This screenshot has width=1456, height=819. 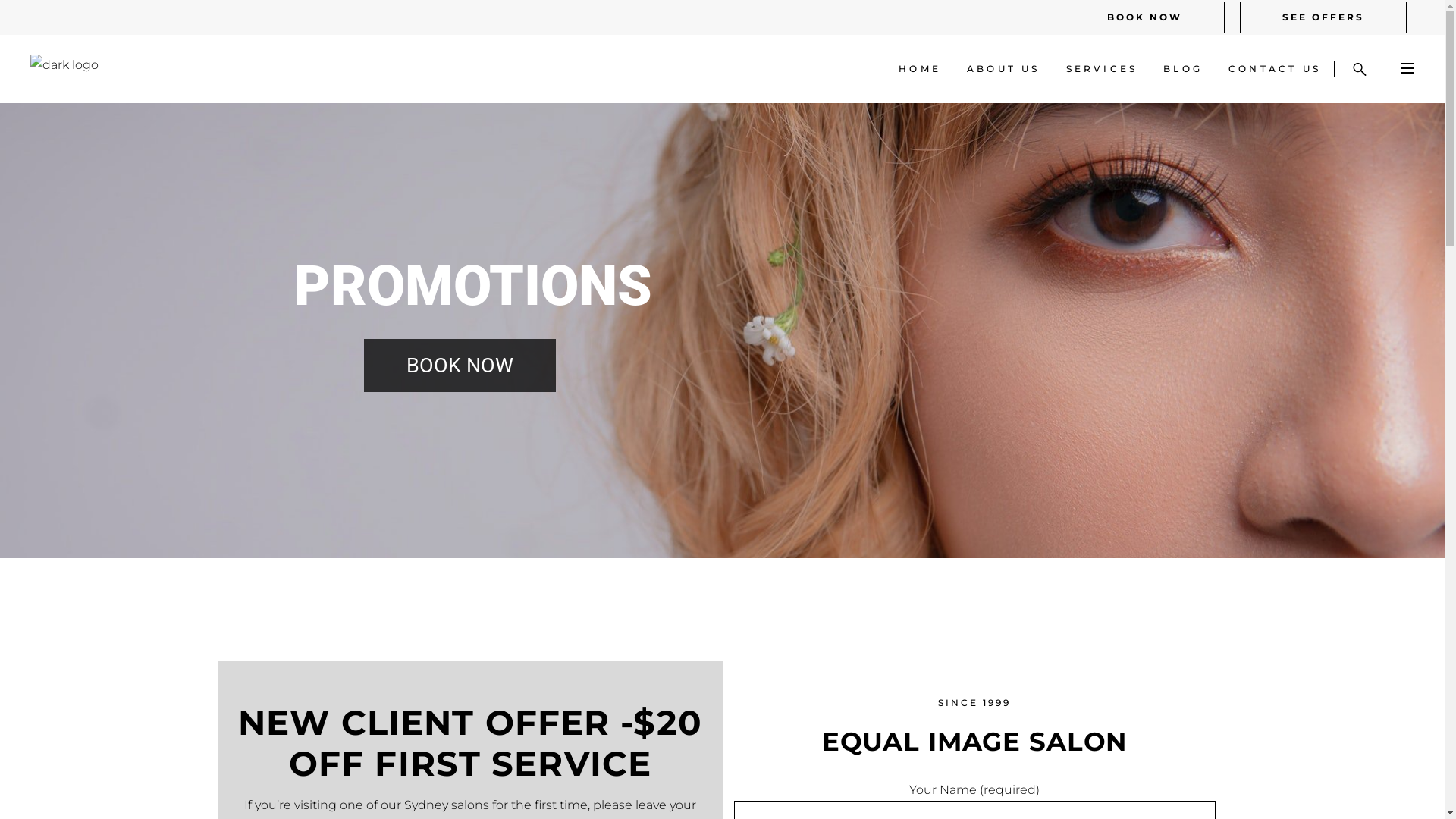 What do you see at coordinates (1323, 17) in the screenshot?
I see `'SEE OFFERS'` at bounding box center [1323, 17].